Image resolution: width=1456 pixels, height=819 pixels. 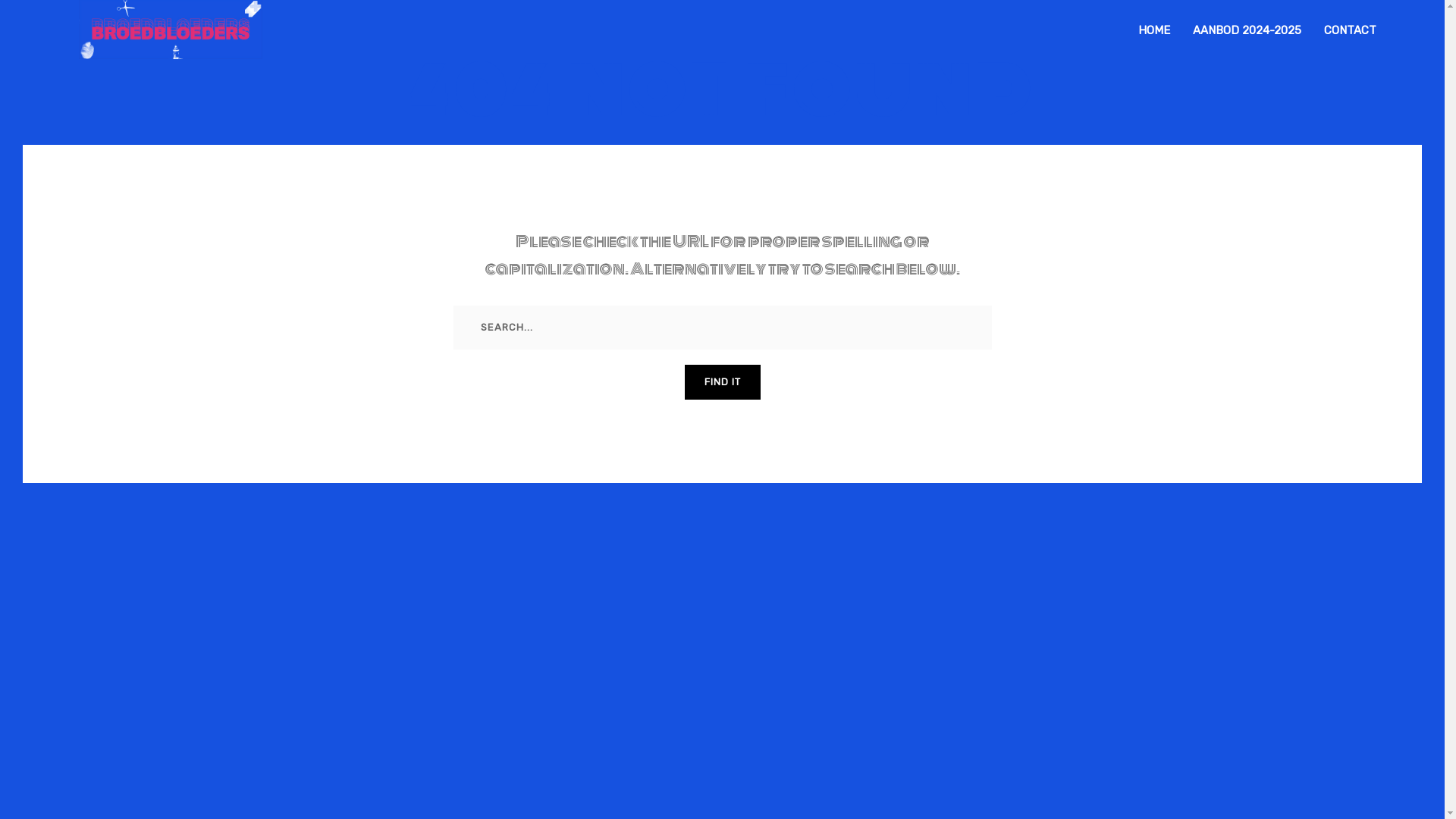 What do you see at coordinates (1153, 30) in the screenshot?
I see `'HOME'` at bounding box center [1153, 30].